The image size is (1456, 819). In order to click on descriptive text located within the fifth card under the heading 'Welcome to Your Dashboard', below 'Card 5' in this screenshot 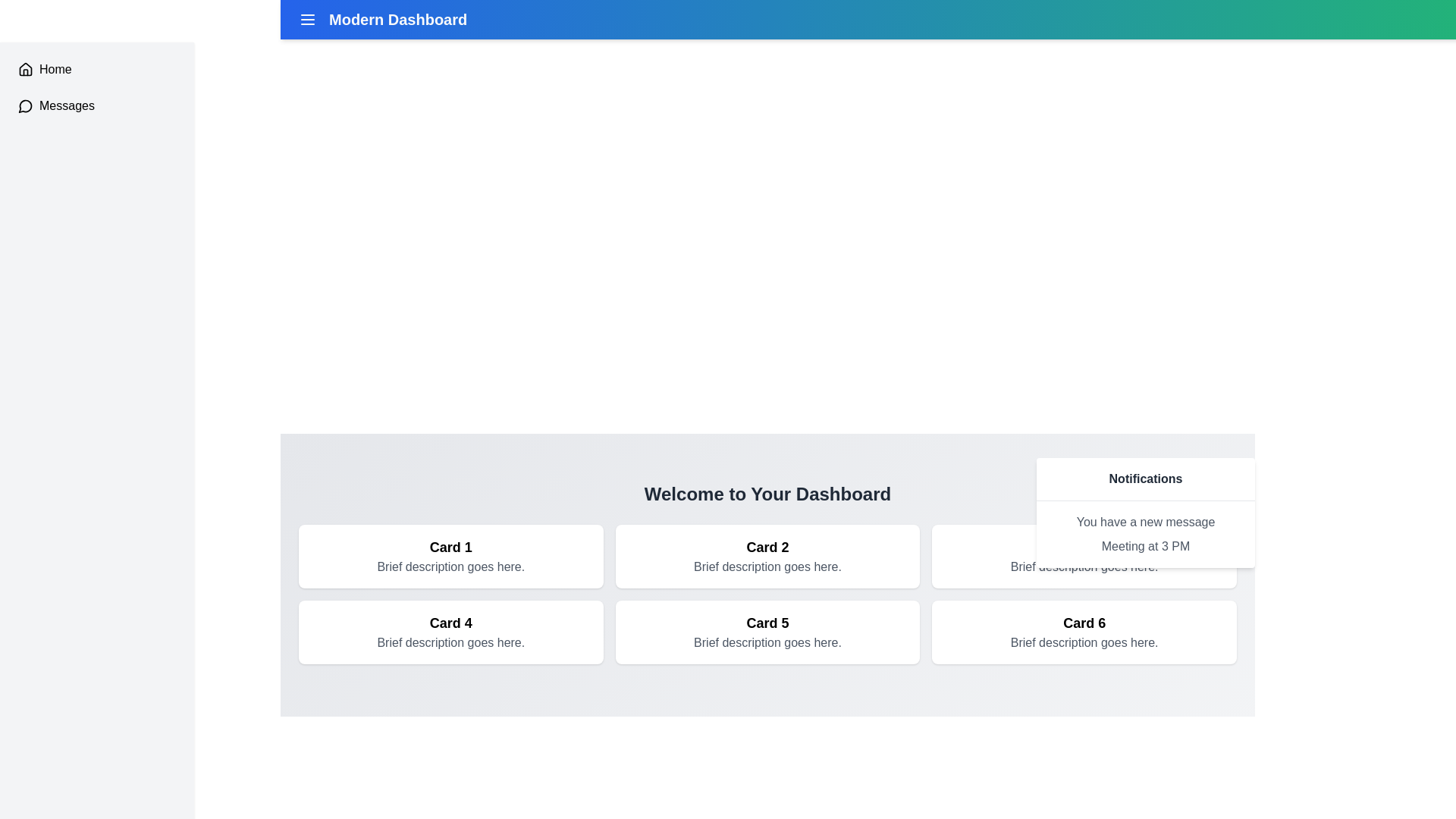, I will do `click(767, 643)`.